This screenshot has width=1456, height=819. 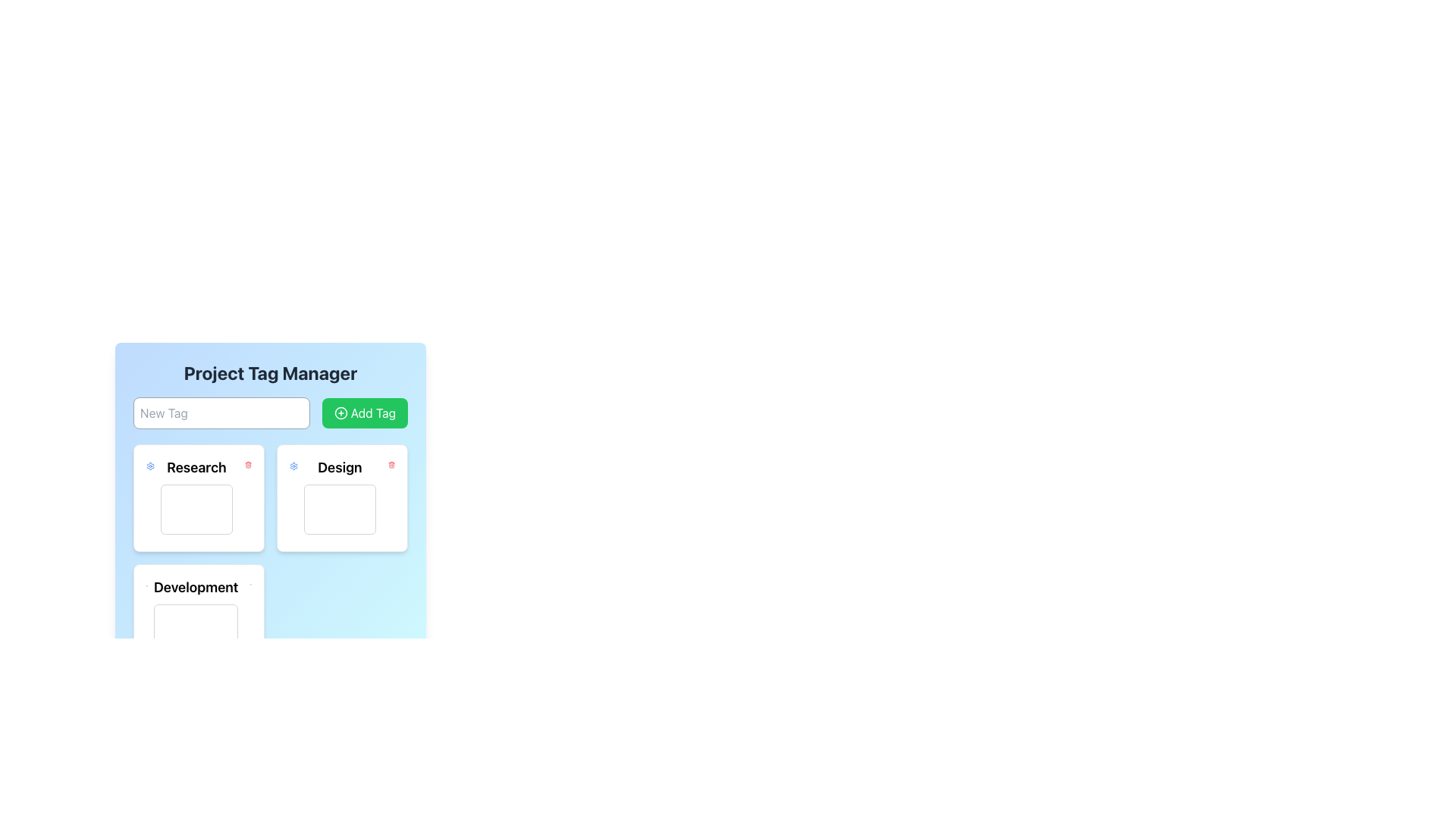 What do you see at coordinates (340, 413) in the screenshot?
I see `the green button labeled 'Add Tag' that contains the SVG Icon for creating a new tag` at bounding box center [340, 413].